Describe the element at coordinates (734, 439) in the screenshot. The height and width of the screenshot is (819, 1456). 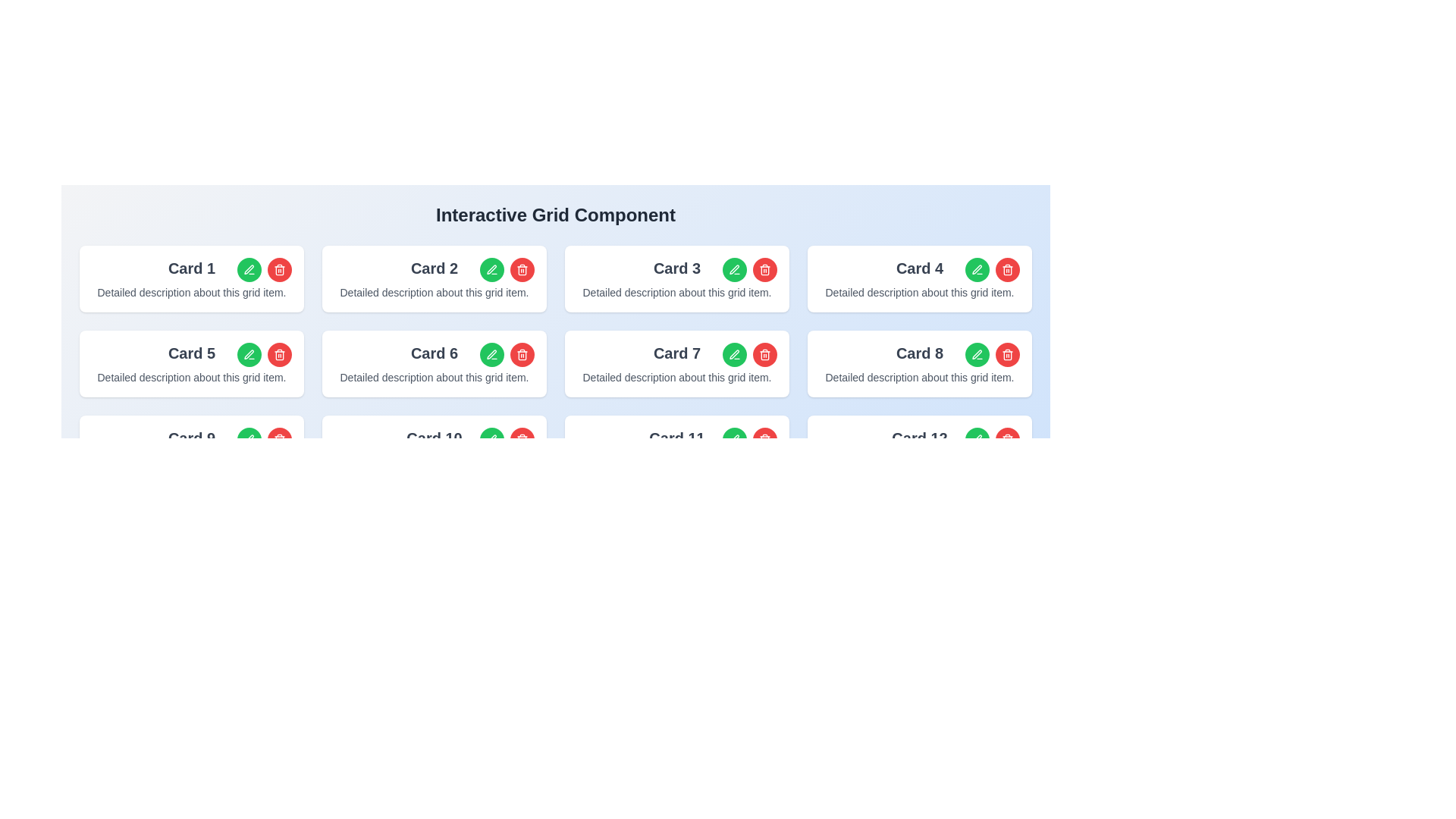
I see `the green pen icon styled as an SVG graphic located in the 'Card 11' section of the 'Interactive Grid Component' interface to initiate editing` at that location.